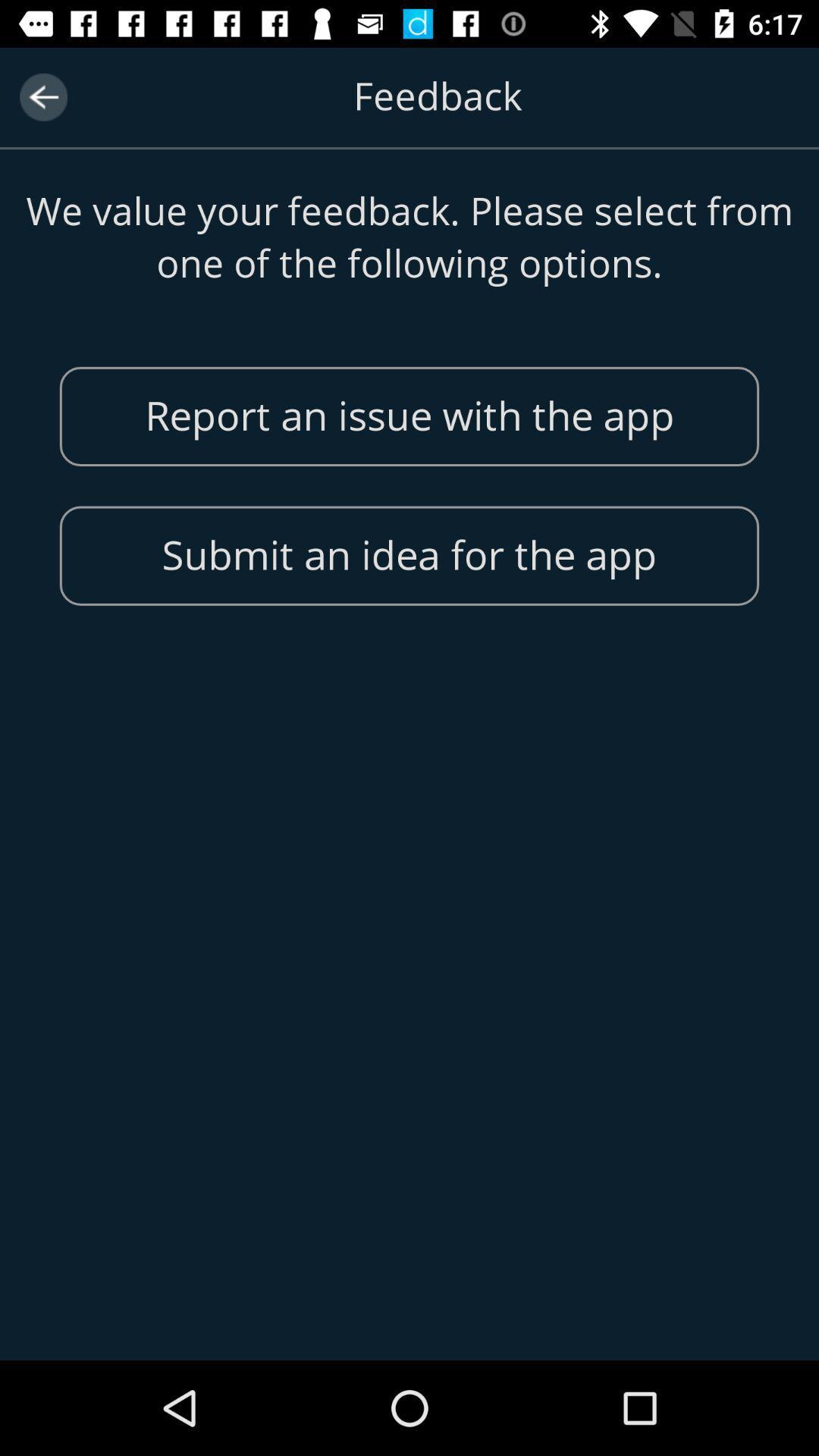  What do you see at coordinates (42, 96) in the screenshot?
I see `the arrow_backward icon` at bounding box center [42, 96].